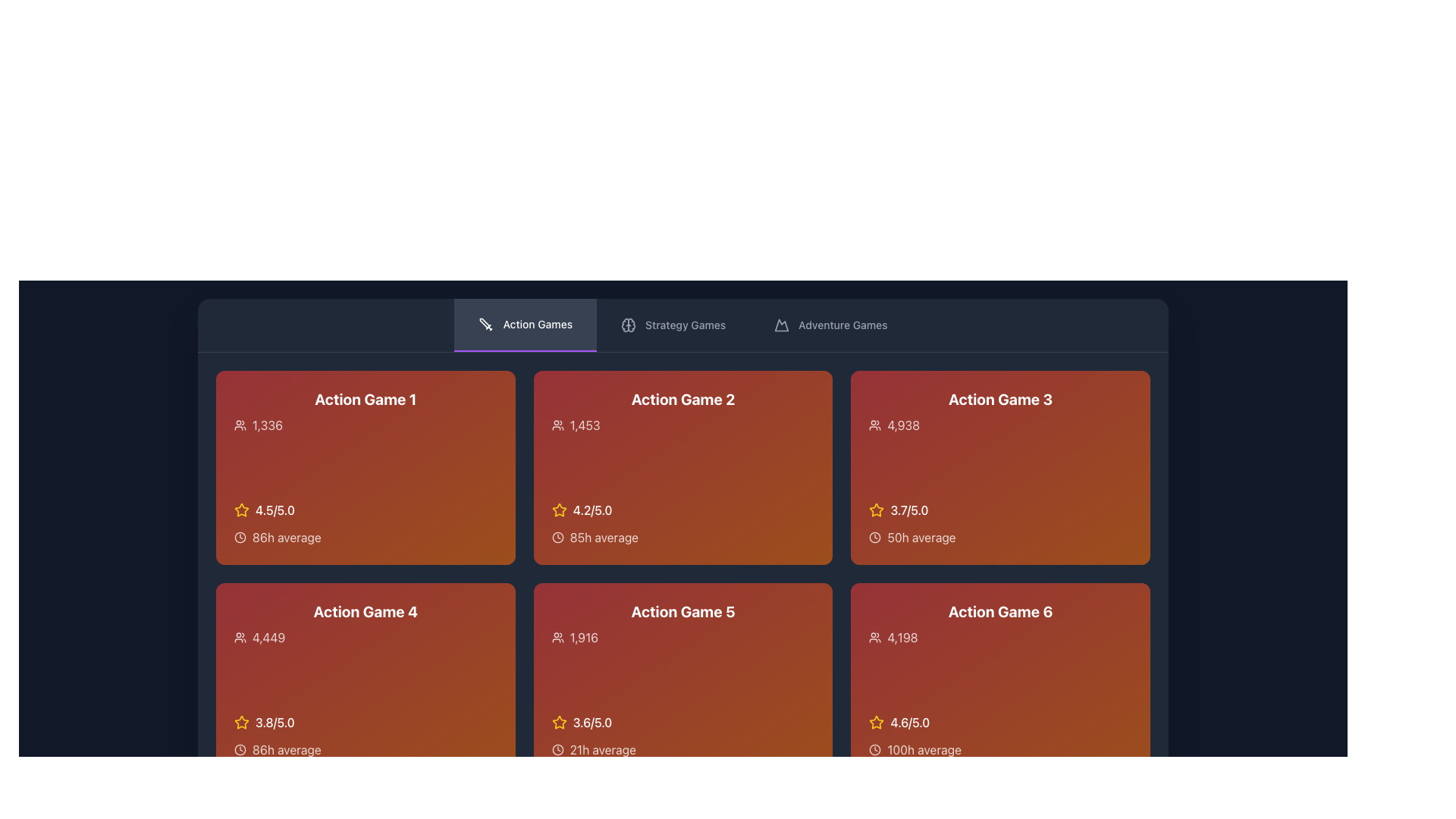 The height and width of the screenshot is (819, 1456). Describe the element at coordinates (558, 721) in the screenshot. I see `the star icon representing the rating component, which is outlined in yellow and positioned in the 'Action Game 5' card, adjacent to the rating text '3.6/5.0'` at that location.